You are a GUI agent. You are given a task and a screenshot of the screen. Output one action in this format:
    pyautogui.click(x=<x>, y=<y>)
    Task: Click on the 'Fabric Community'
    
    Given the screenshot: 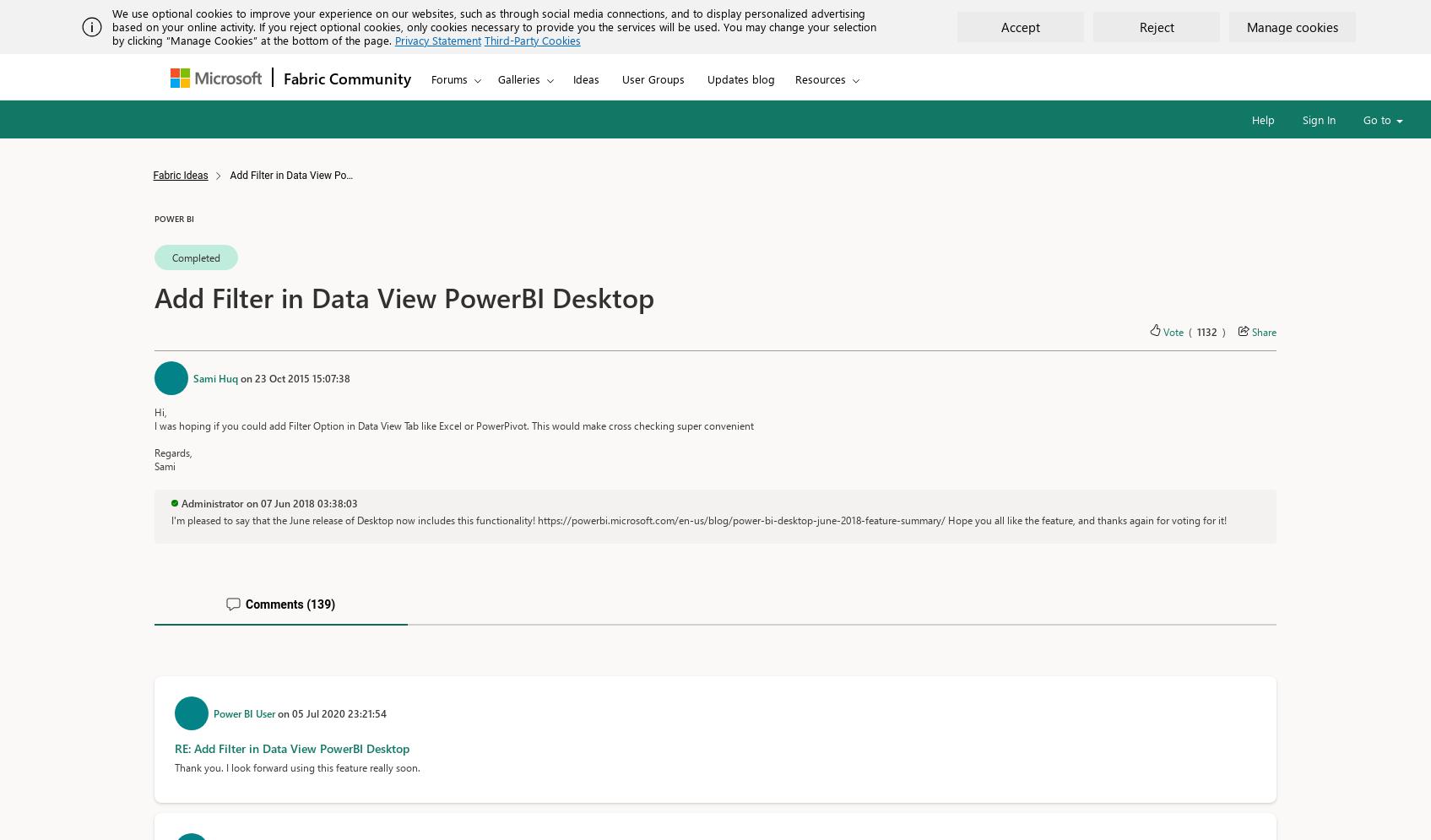 What is the action you would take?
    pyautogui.click(x=347, y=78)
    